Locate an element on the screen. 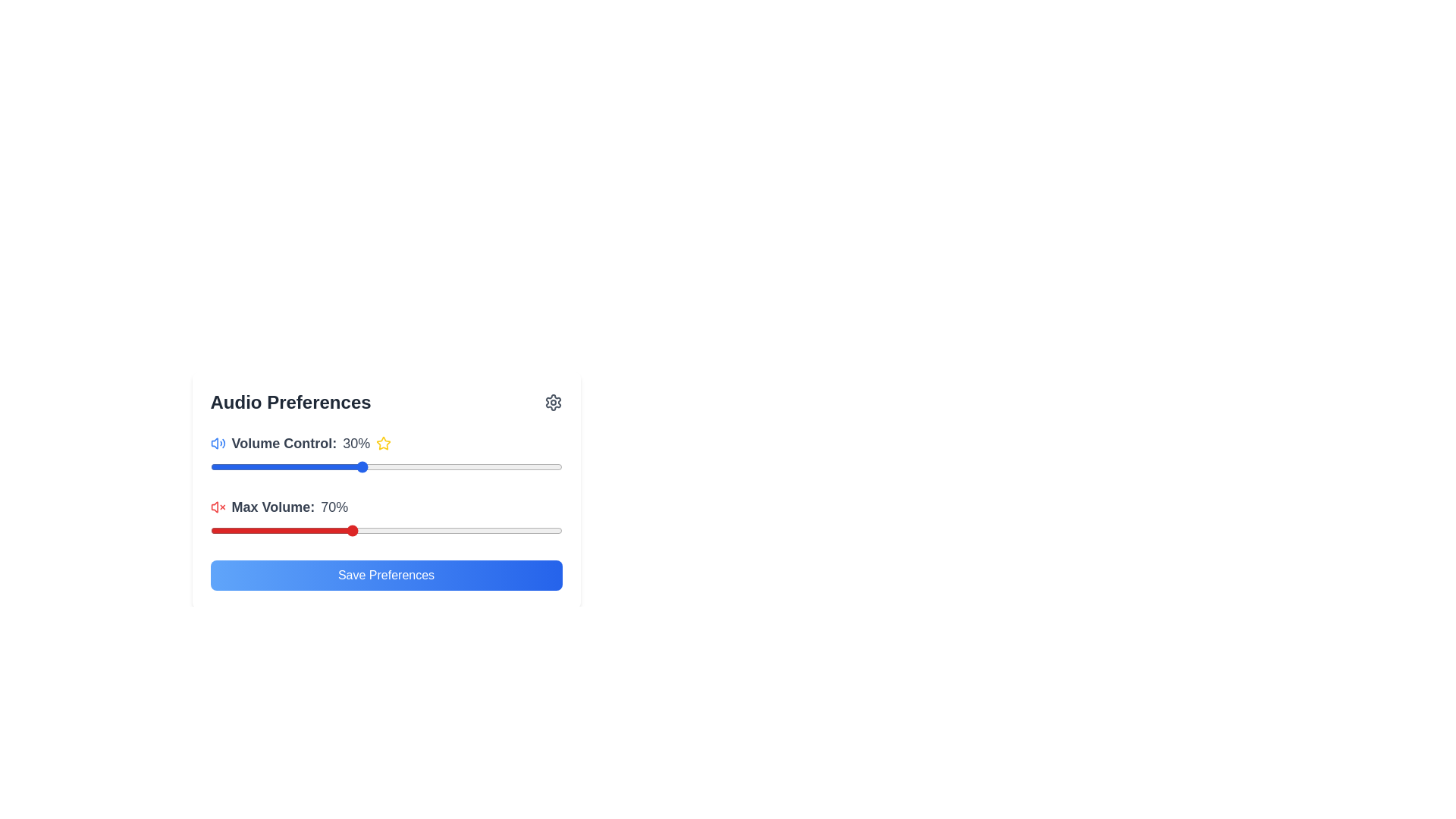 Image resolution: width=1456 pixels, height=819 pixels. the max volume is located at coordinates (315, 529).